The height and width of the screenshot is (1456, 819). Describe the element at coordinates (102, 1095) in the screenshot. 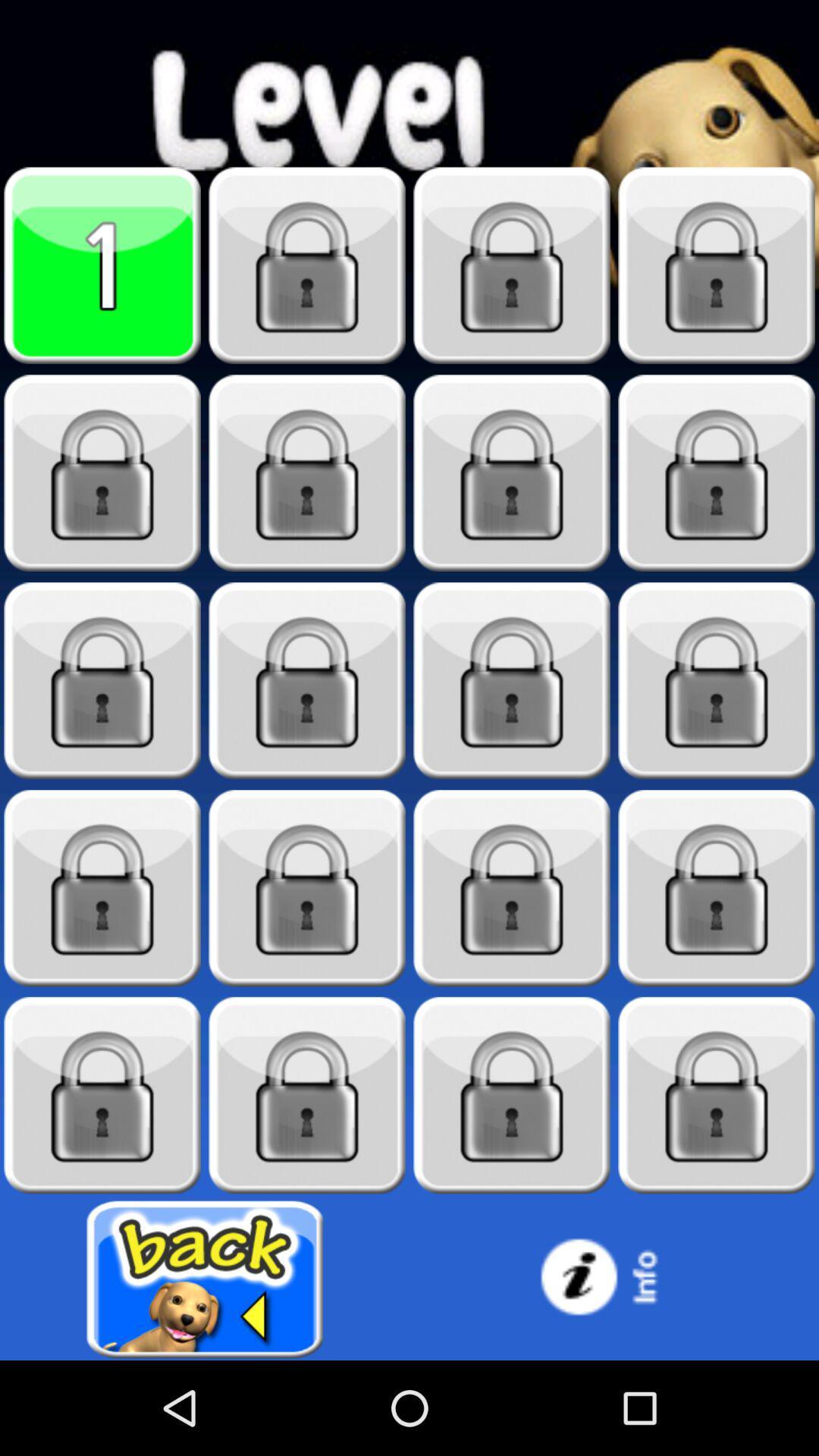

I see `lock number 16` at that location.